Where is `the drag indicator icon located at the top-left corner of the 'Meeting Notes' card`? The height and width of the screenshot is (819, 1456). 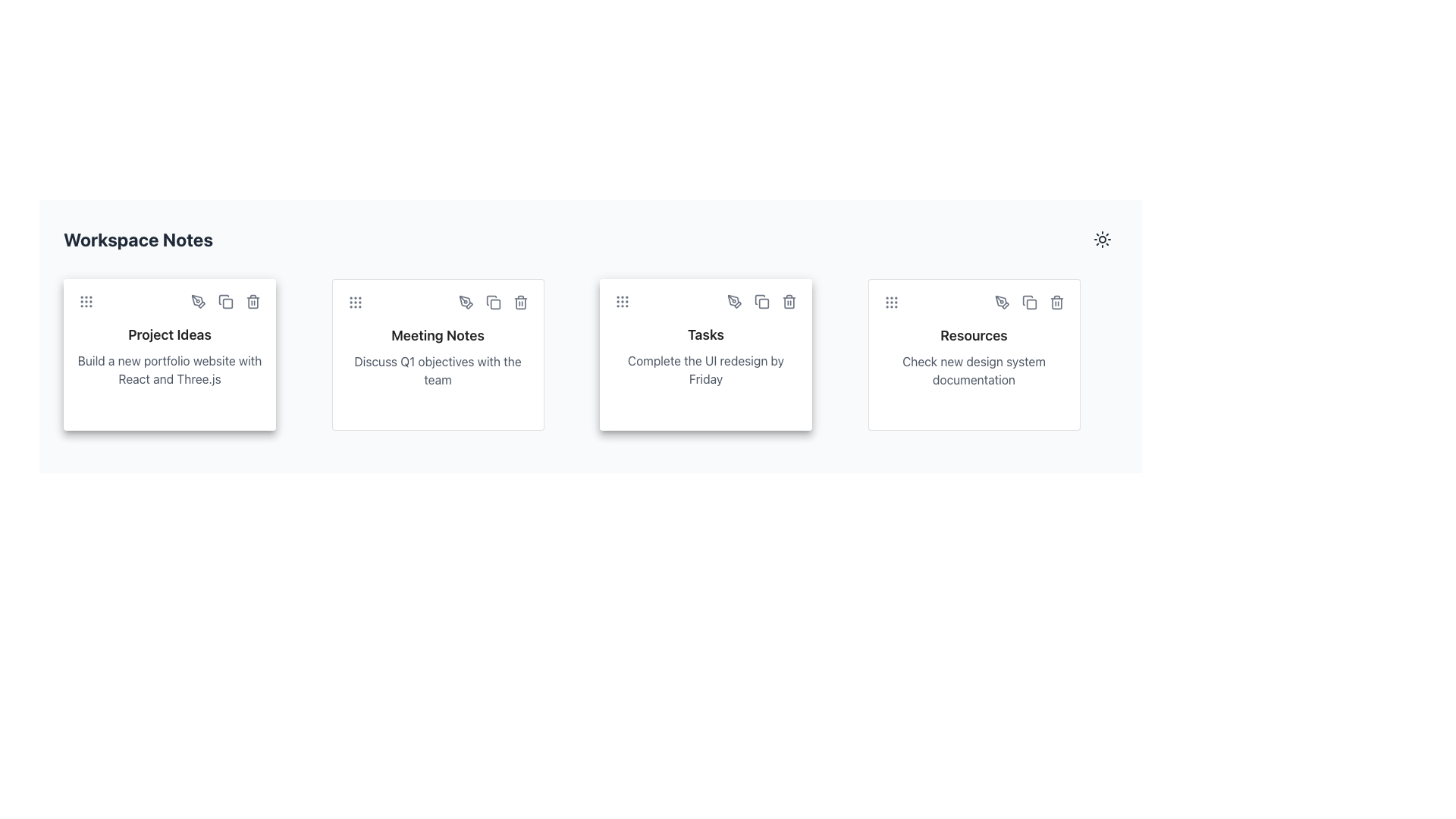 the drag indicator icon located at the top-left corner of the 'Meeting Notes' card is located at coordinates (354, 302).